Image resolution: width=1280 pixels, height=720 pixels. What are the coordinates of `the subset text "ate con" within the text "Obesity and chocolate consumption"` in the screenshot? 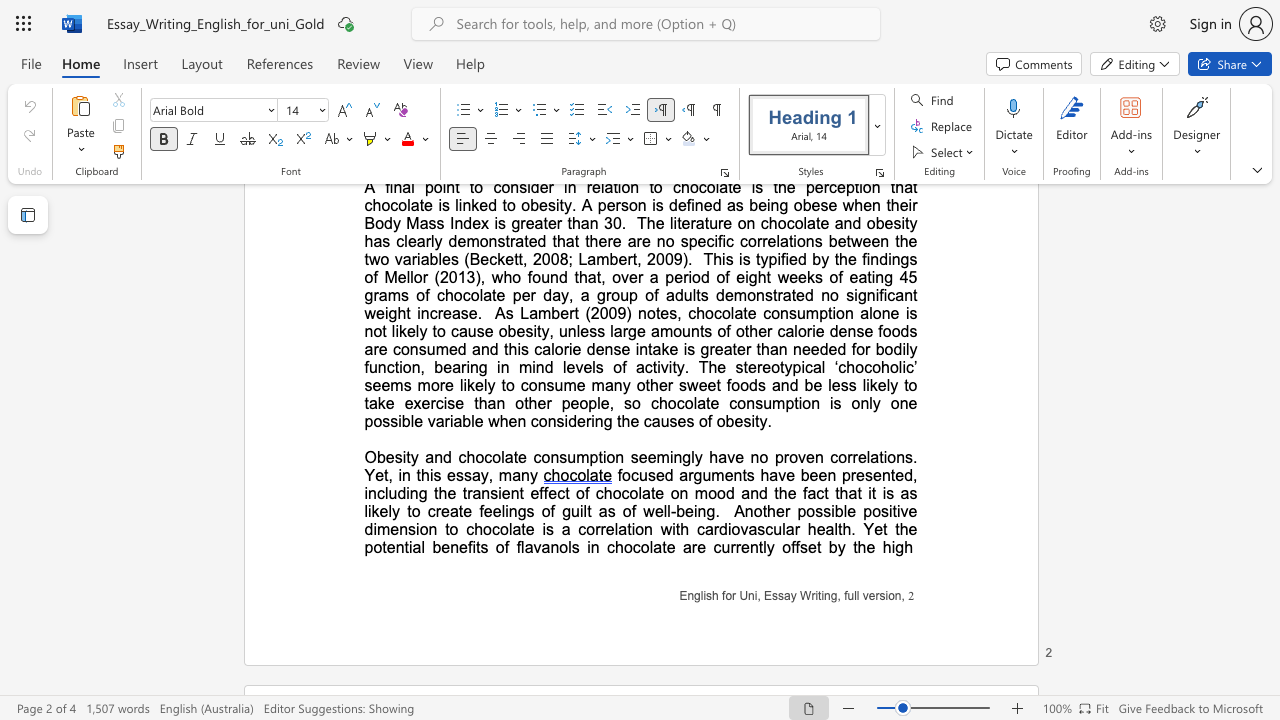 It's located at (504, 457).